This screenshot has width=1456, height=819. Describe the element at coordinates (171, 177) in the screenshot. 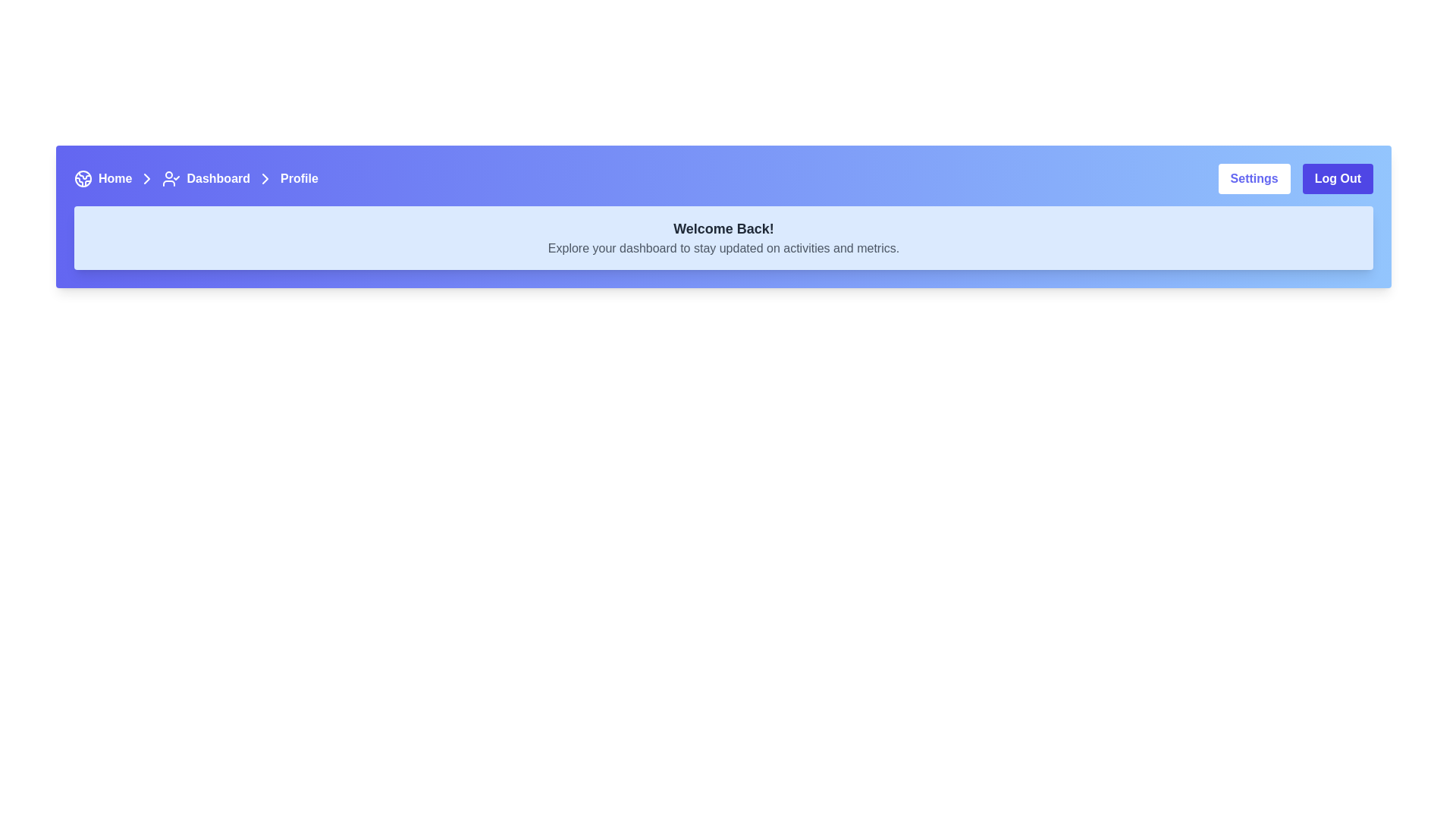

I see `the SVG icon representing a user with a checkmark, located in the breadcrumb navigation next to the 'Dashboard' label` at that location.